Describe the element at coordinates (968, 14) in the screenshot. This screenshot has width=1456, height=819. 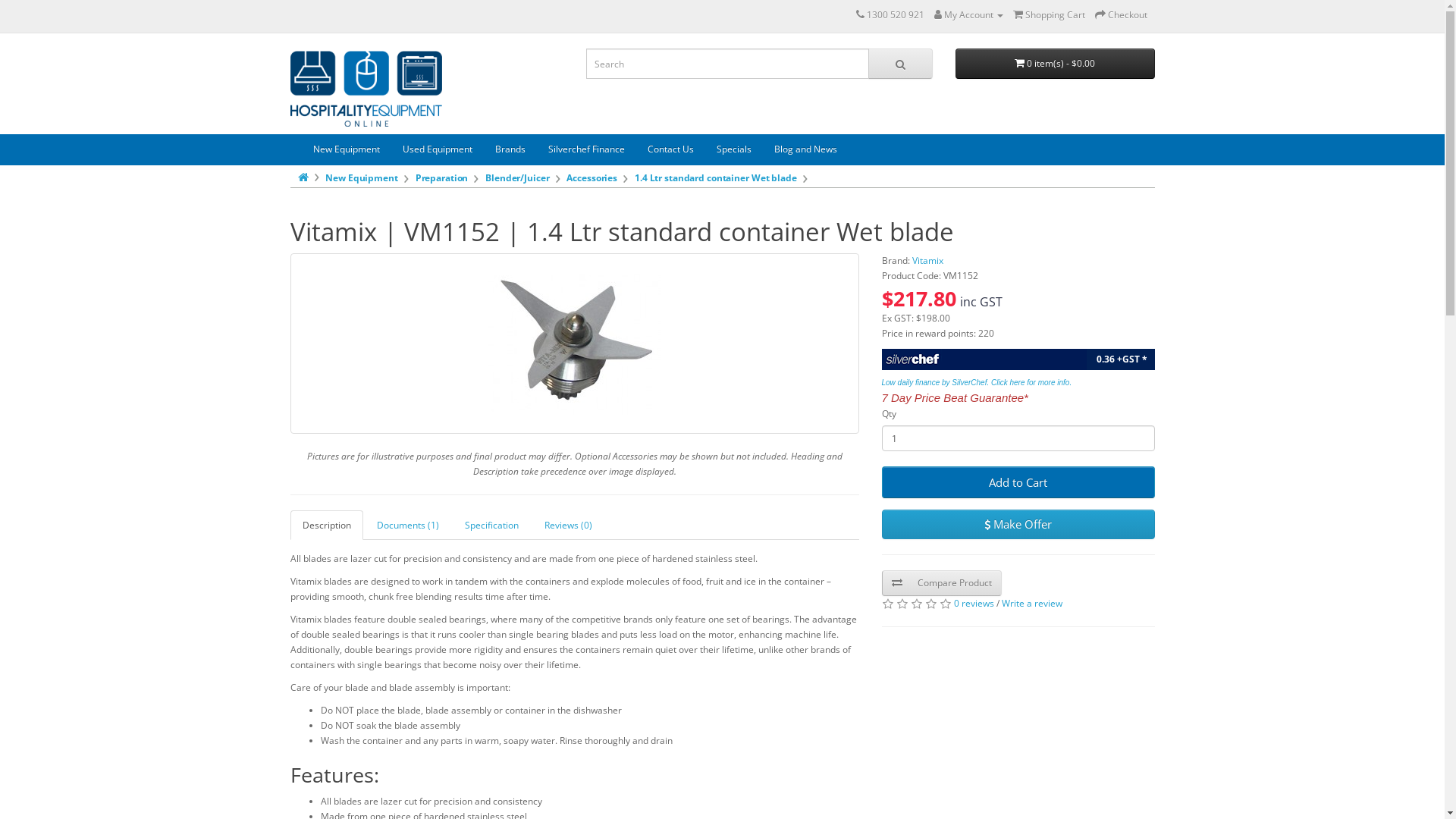
I see `'My Account'` at that location.